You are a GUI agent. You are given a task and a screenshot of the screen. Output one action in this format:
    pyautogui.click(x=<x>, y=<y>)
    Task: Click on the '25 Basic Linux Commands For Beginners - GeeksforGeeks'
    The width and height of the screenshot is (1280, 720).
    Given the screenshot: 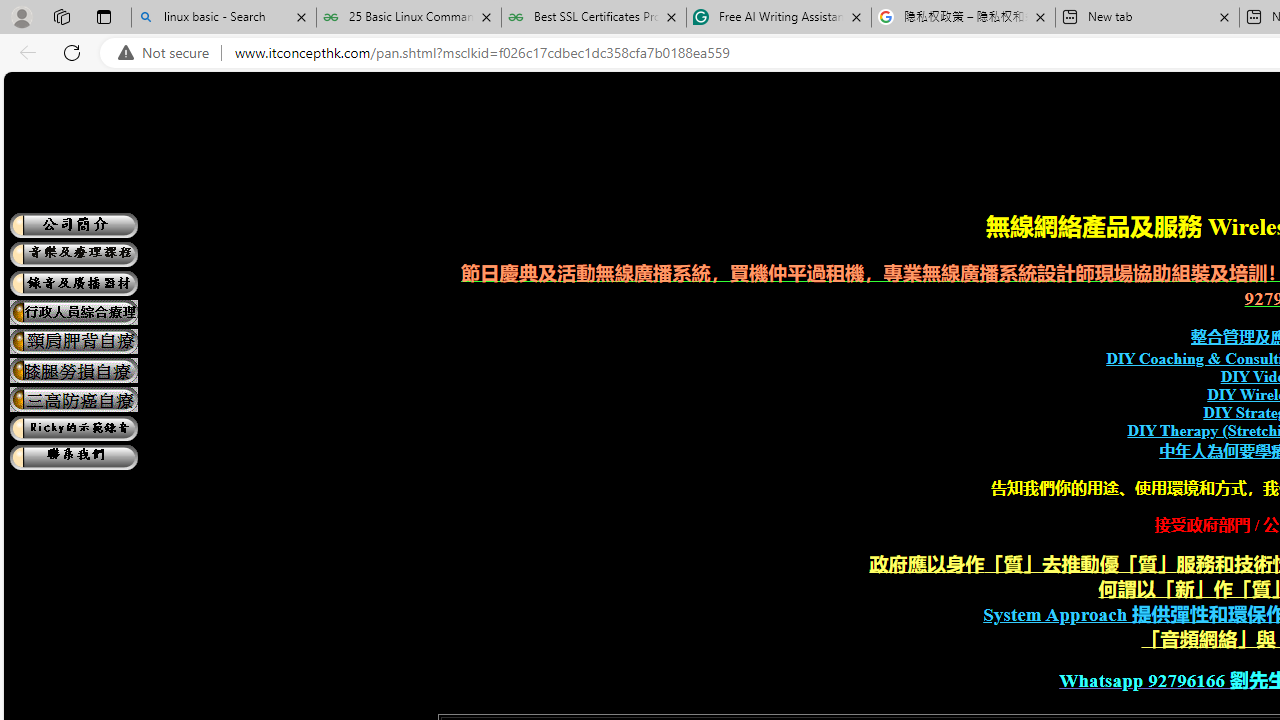 What is the action you would take?
    pyautogui.click(x=407, y=17)
    